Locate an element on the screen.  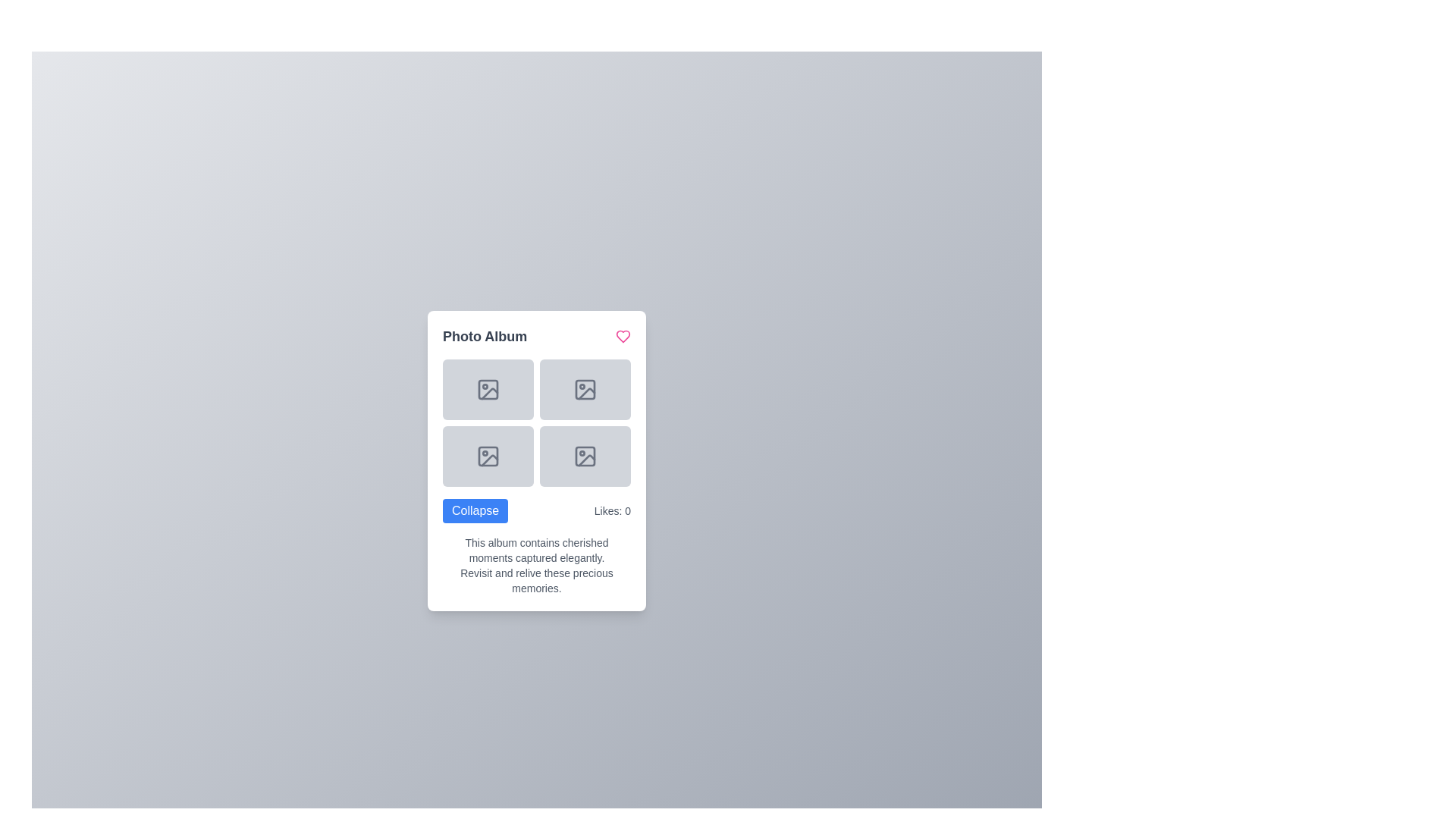
the downward-sloping line within the photo placeholder icon in the bottom-left of the 2x2 grid in the 'Photo Album' panel is located at coordinates (490, 459).